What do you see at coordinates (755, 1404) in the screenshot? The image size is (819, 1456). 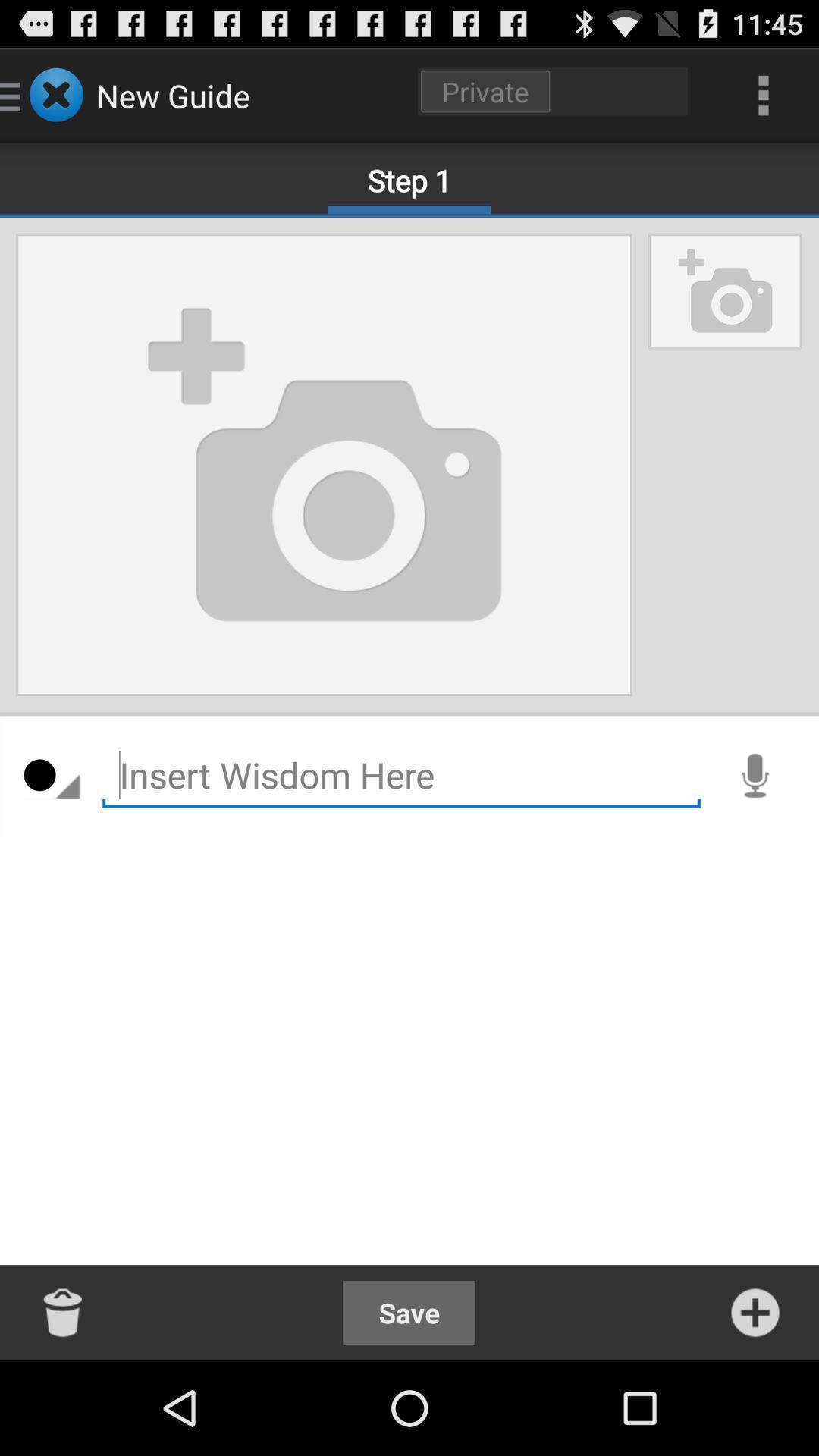 I see `the add icon` at bounding box center [755, 1404].